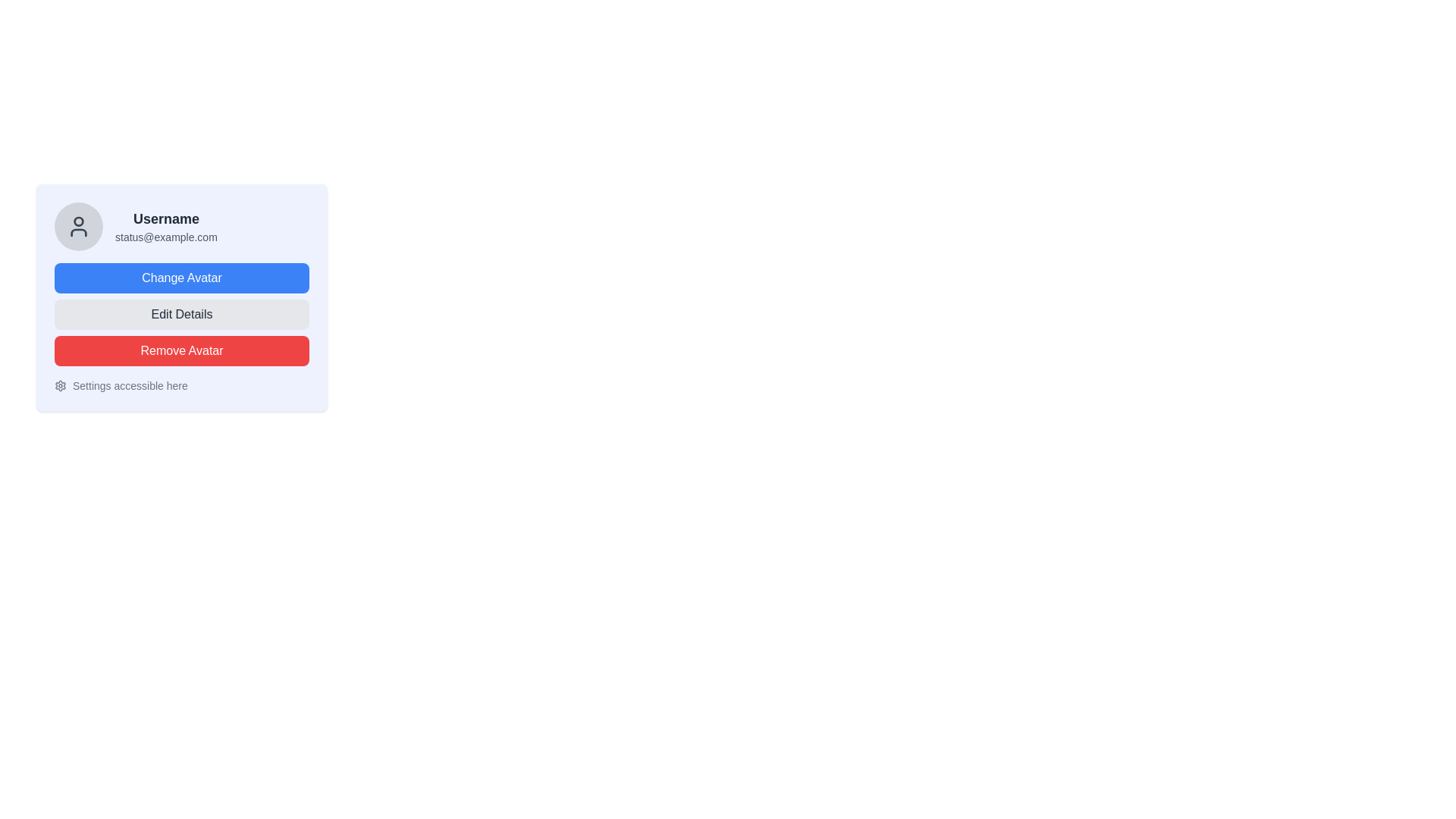 The width and height of the screenshot is (1456, 819). I want to click on the bottom button in the user profile section, so click(182, 350).